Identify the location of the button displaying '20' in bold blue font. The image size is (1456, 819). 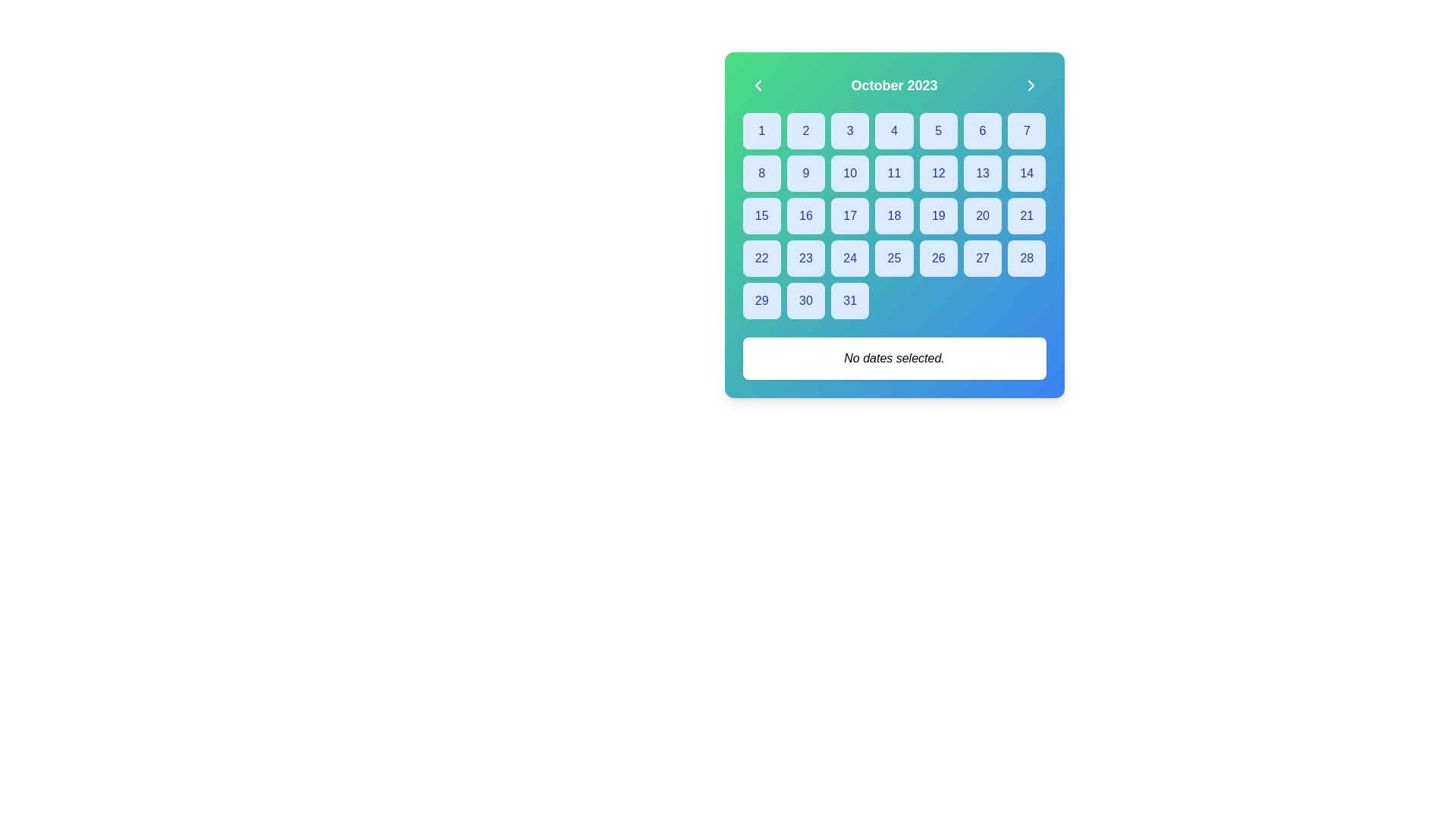
(983, 216).